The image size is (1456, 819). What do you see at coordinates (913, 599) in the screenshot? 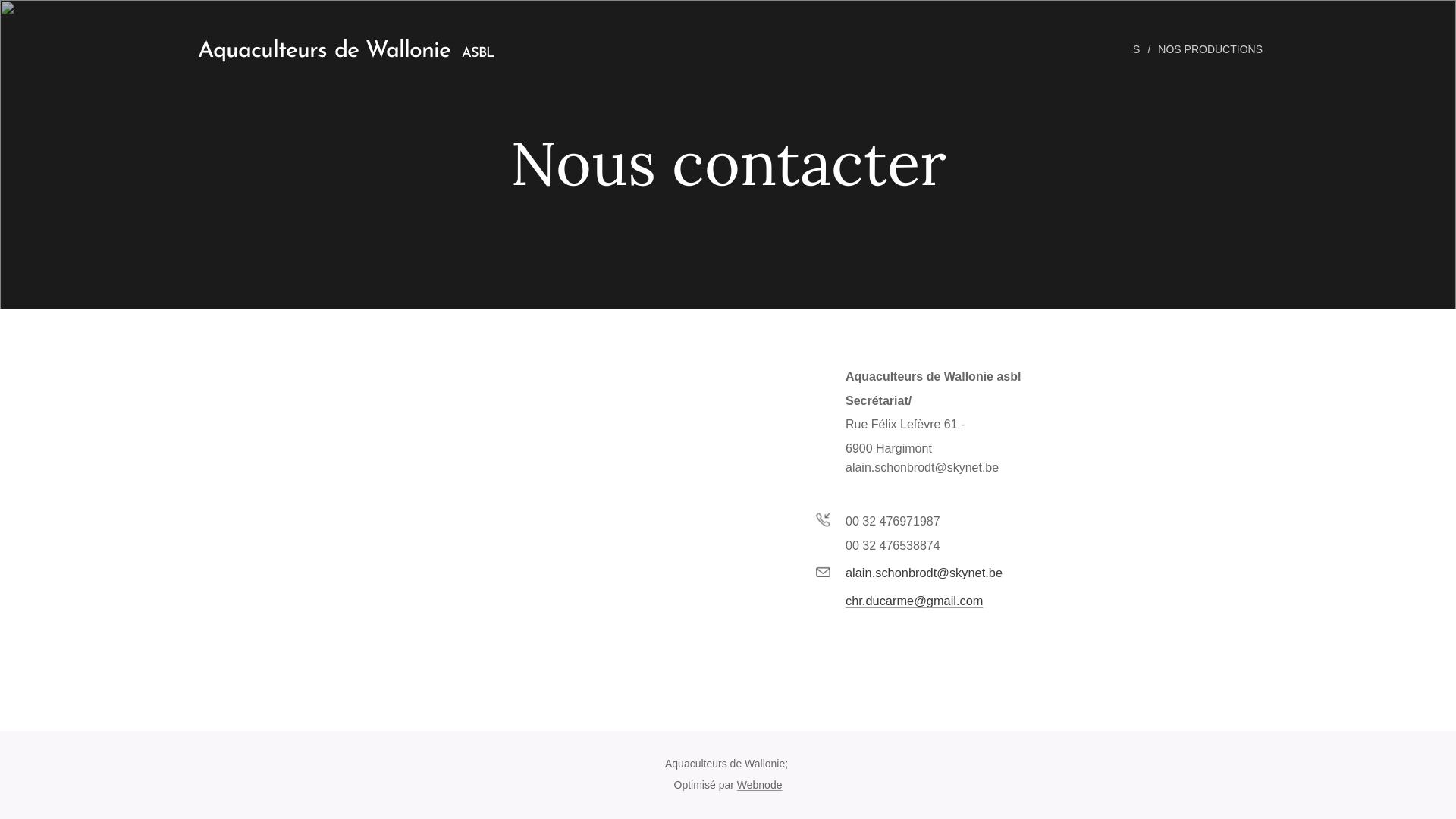
I see `'chr.ducarme@gmail.com'` at bounding box center [913, 599].